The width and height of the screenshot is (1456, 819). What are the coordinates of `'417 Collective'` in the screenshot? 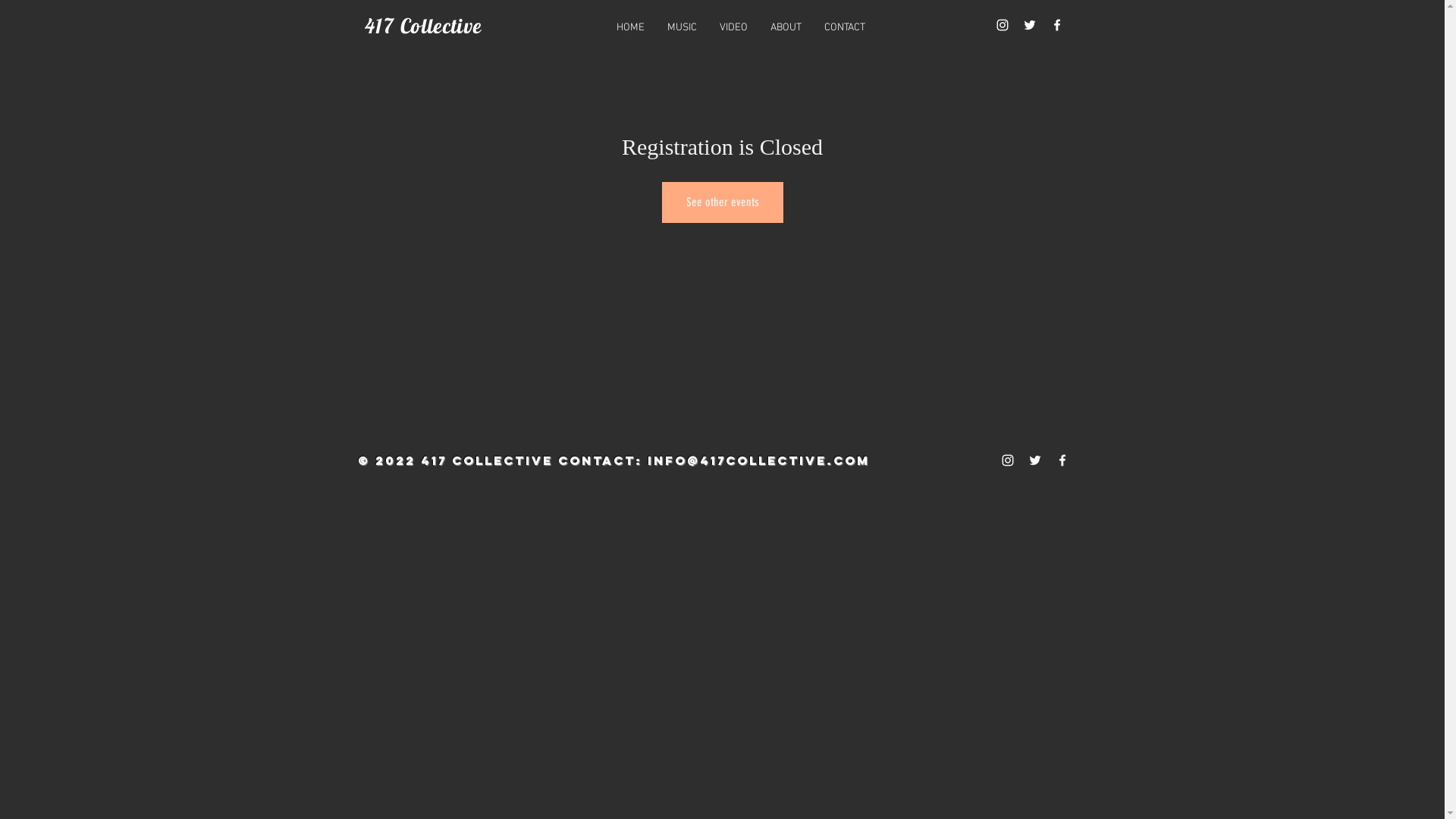 It's located at (364, 26).